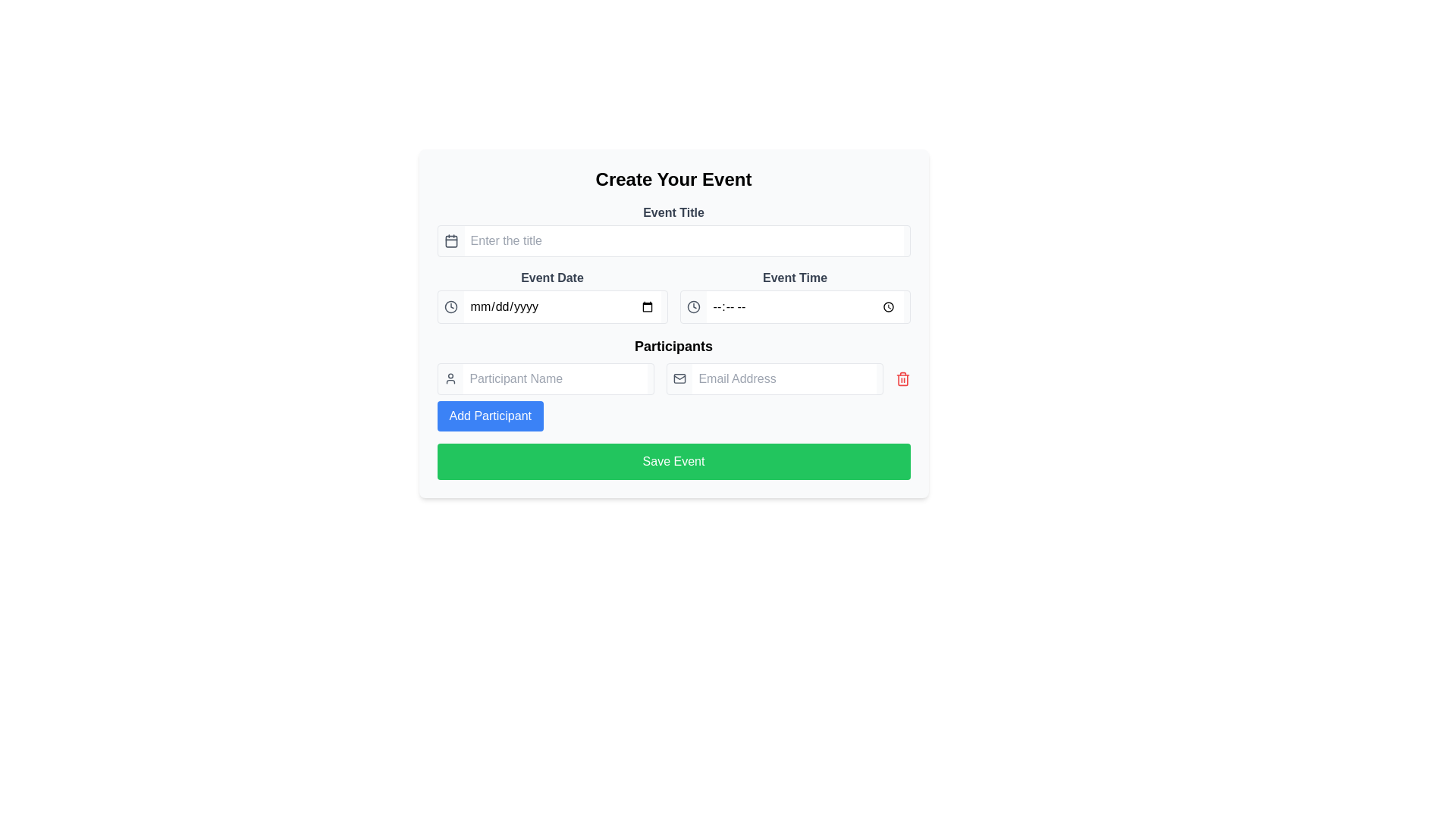 Image resolution: width=1456 pixels, height=819 pixels. I want to click on the circular shape graphic of the clock icon, which serves as the outer boundary surrounding the clock's hands in the 'Create Your Event' interface, so click(692, 307).